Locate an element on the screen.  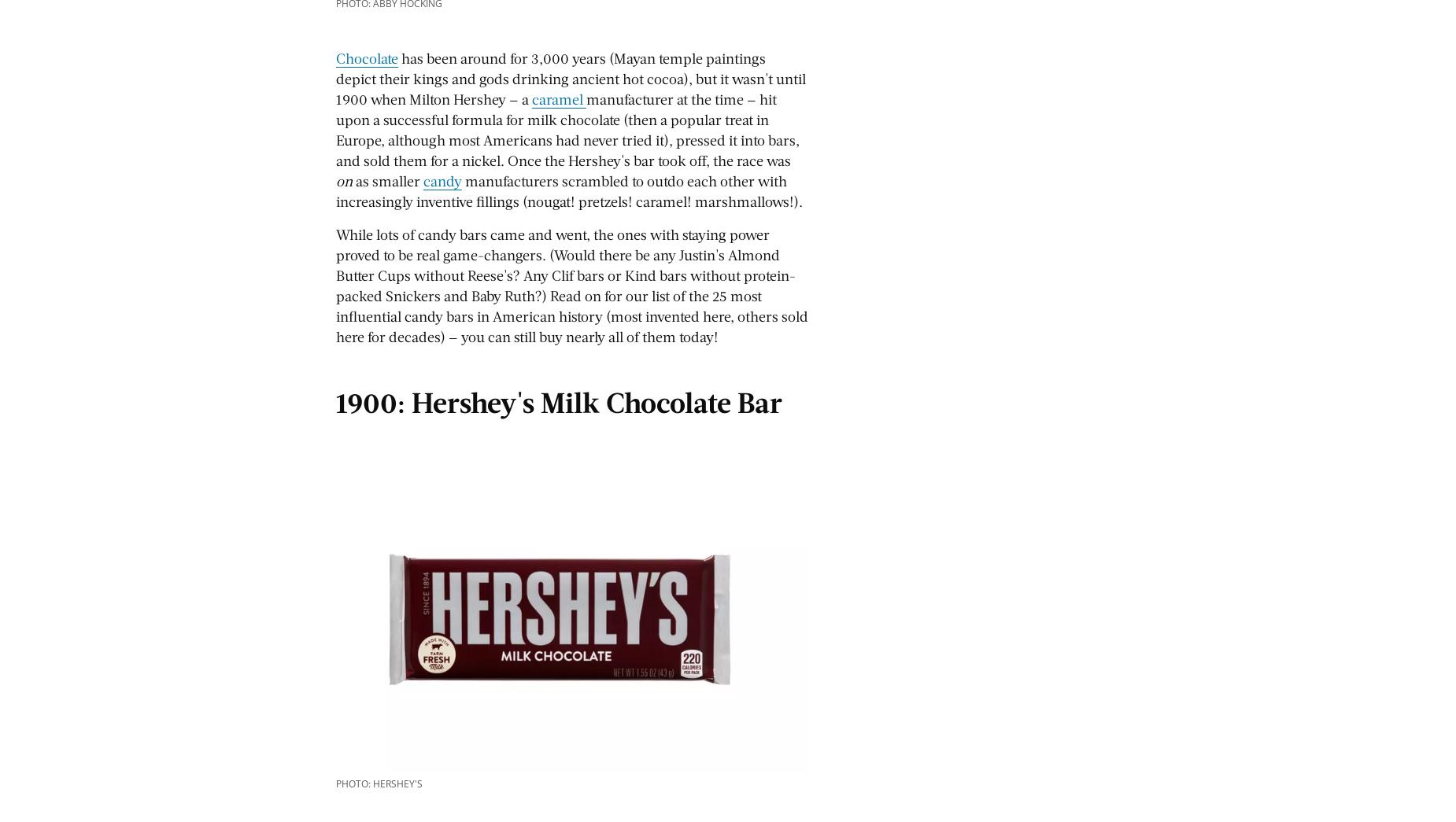
'1900: Hershey's Milk Chocolate Bar' is located at coordinates (559, 401).